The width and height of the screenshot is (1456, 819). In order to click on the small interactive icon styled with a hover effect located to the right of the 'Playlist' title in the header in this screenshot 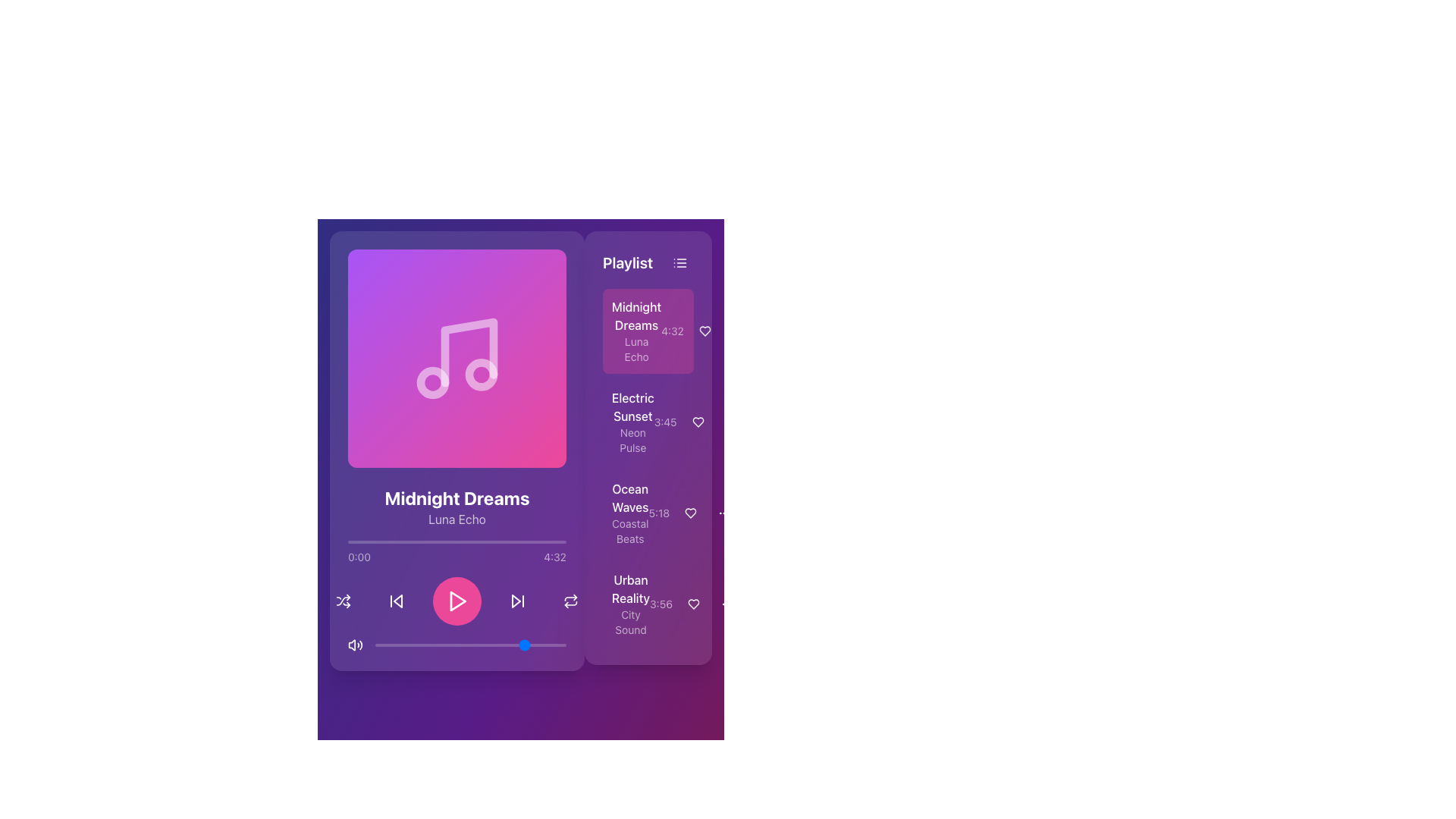, I will do `click(679, 262)`.